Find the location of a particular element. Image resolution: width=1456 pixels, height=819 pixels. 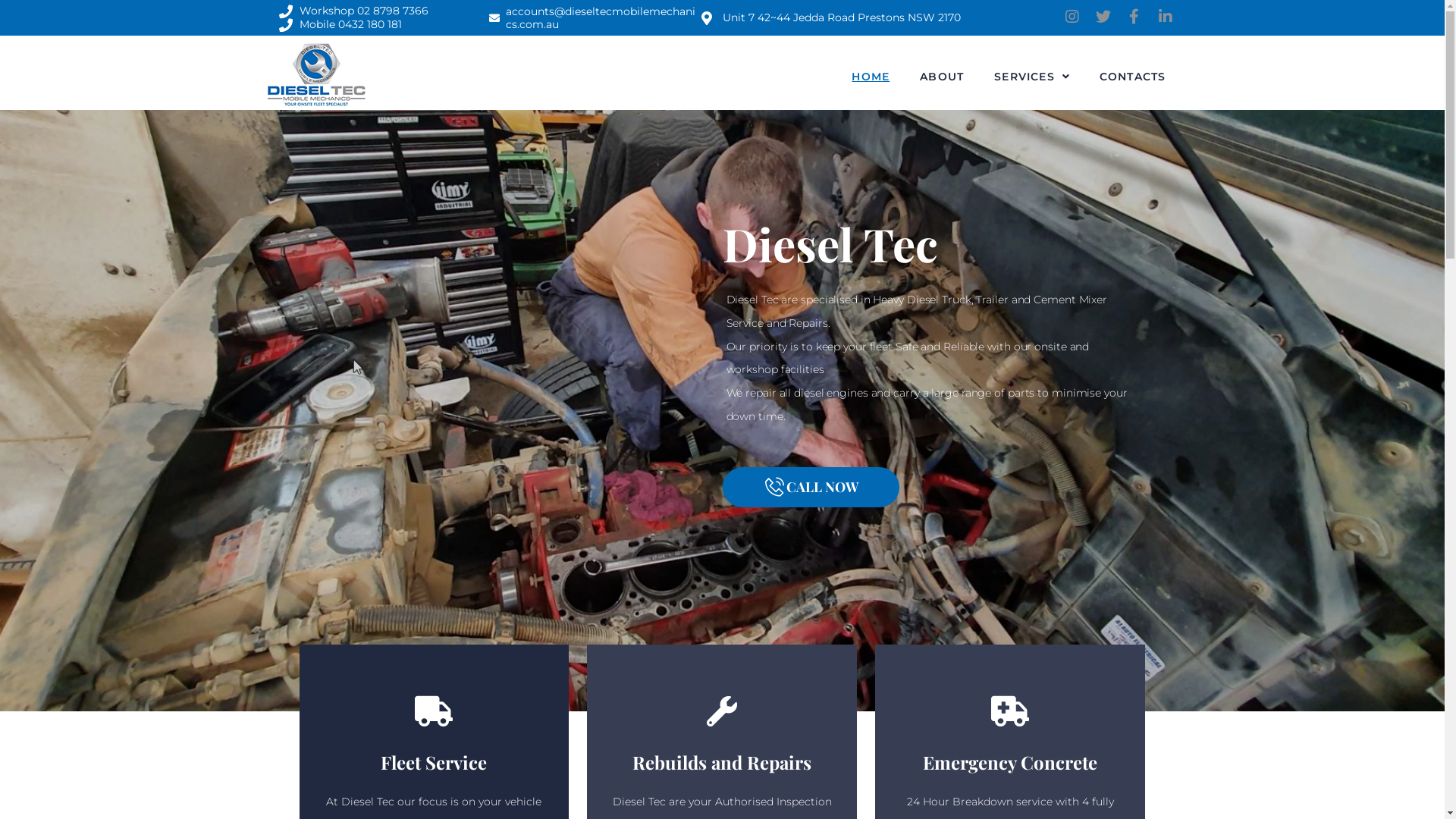

'Mobile 0432 180 181' is located at coordinates (279, 25).